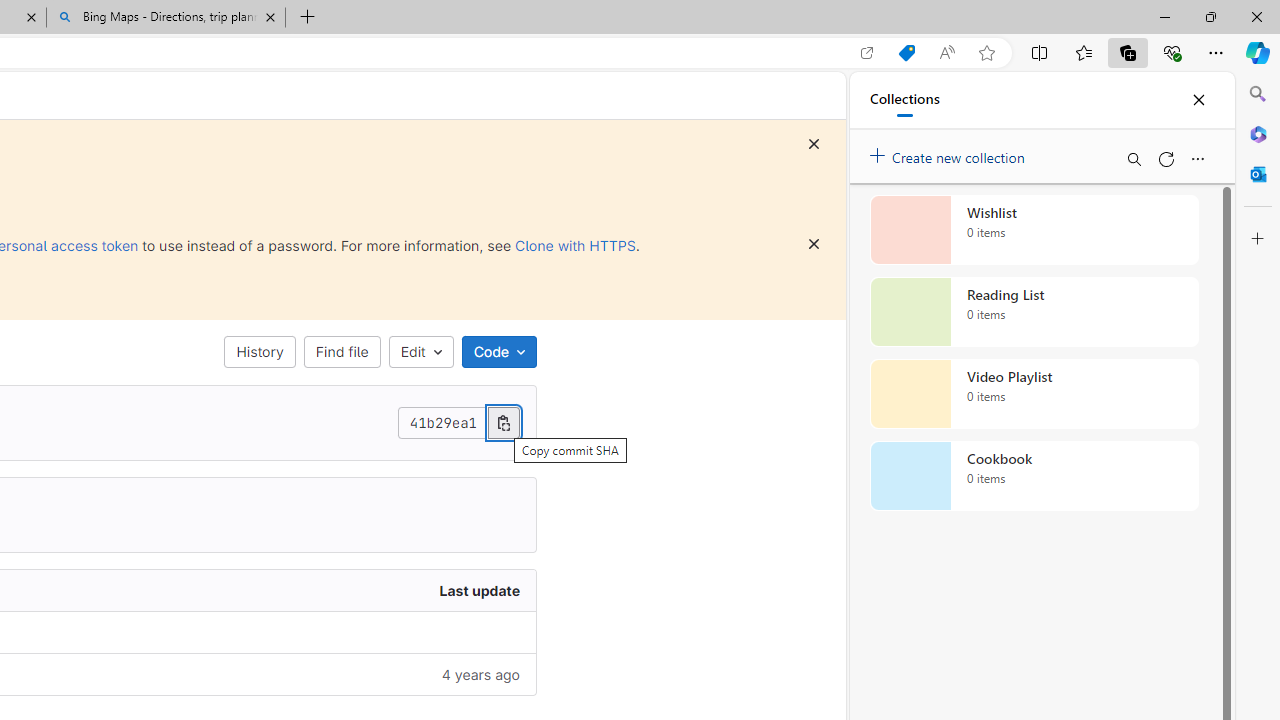 The image size is (1280, 720). What do you see at coordinates (420, 351) in the screenshot?
I see `'Edit'` at bounding box center [420, 351].